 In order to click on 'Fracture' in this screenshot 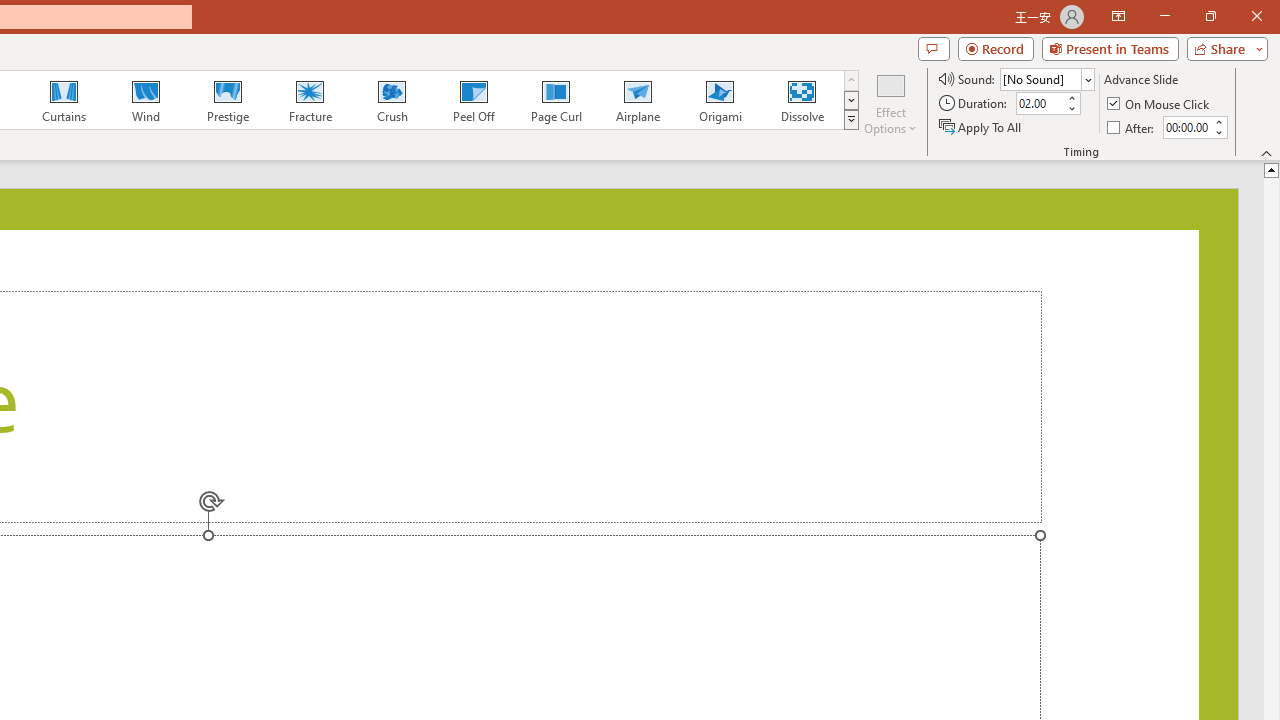, I will do `click(308, 100)`.